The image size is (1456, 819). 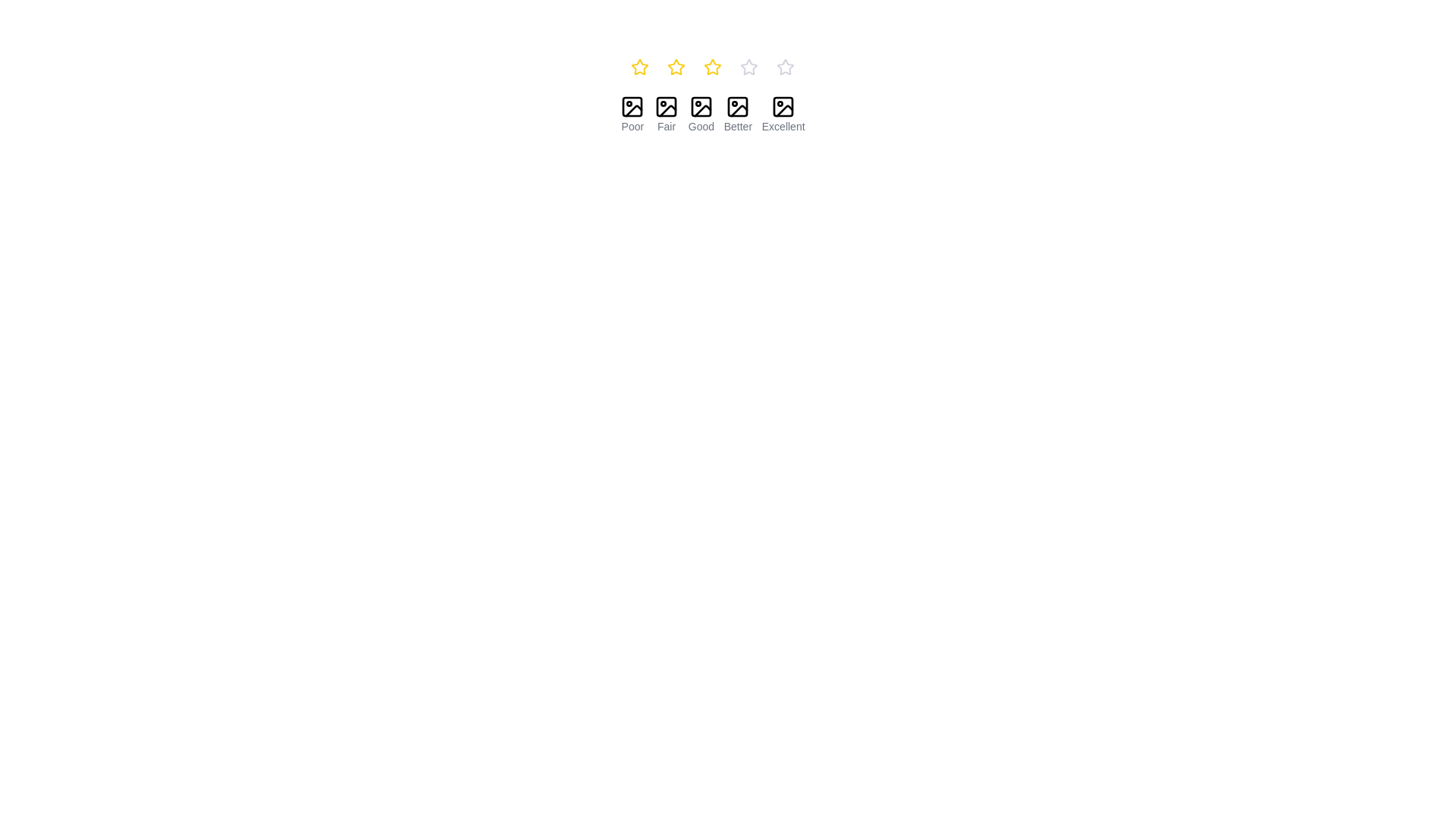 I want to click on the 'Fair' rating option component, so click(x=666, y=113).